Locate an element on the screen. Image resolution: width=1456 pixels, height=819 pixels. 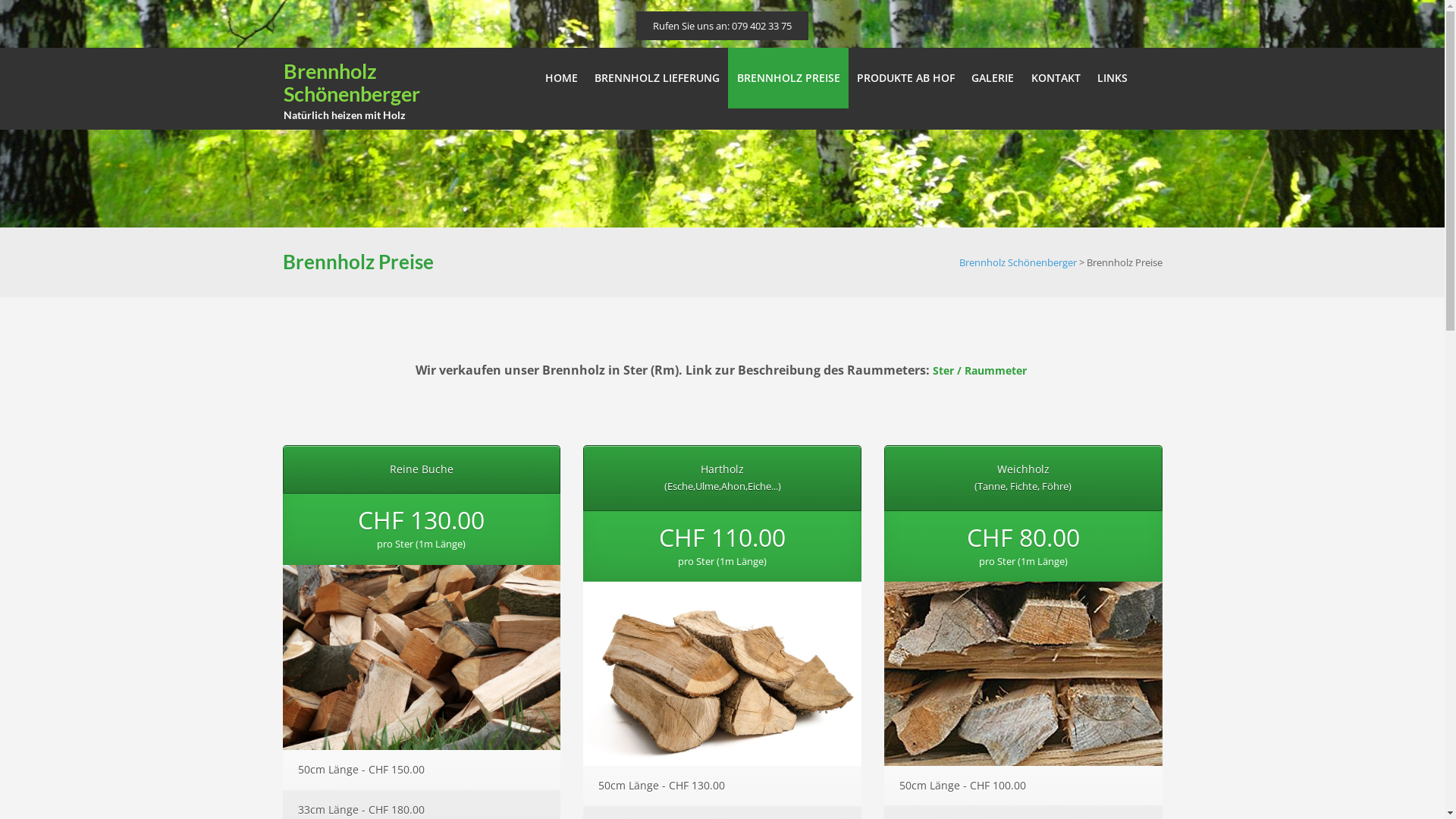
'BRENNHOLZ PREISE' is located at coordinates (787, 78).